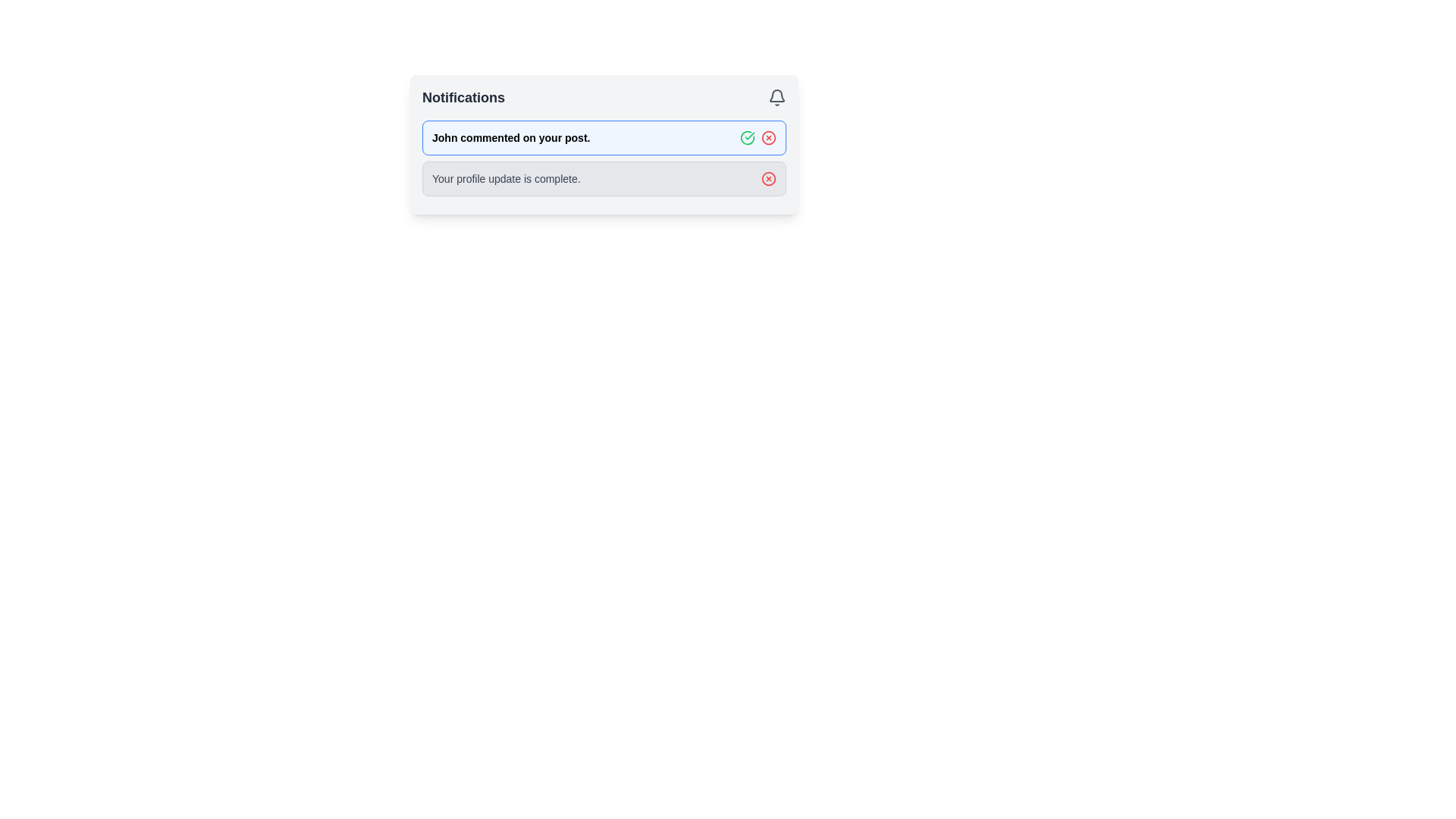 The image size is (1456, 819). What do you see at coordinates (768, 137) in the screenshot?
I see `the delete button located in the second notification item of the notifications list, positioned to the right of the green checkmark icon` at bounding box center [768, 137].